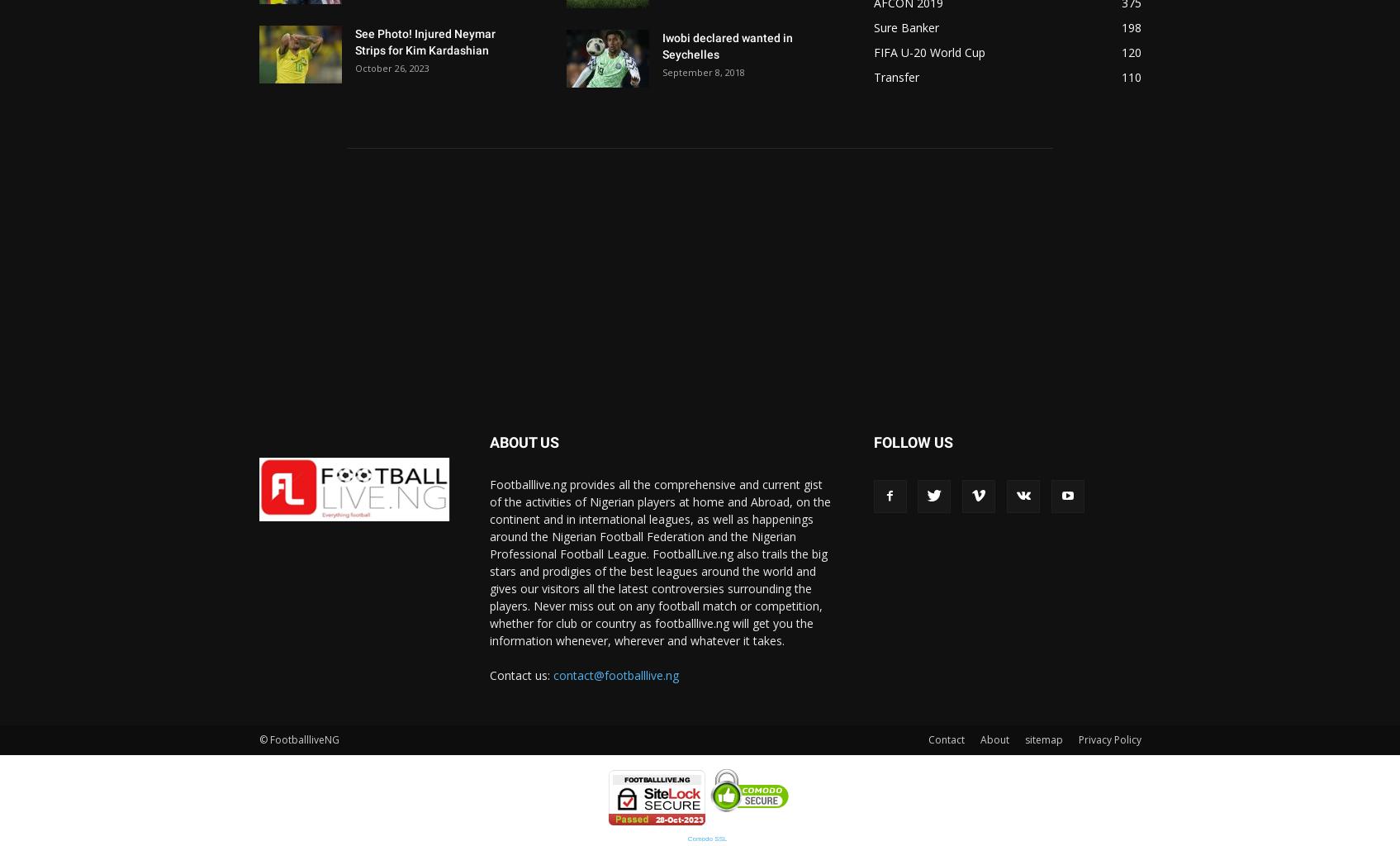 The height and width of the screenshot is (846, 1400). Describe the element at coordinates (297, 739) in the screenshot. I see `'© FootballliveNG'` at that location.